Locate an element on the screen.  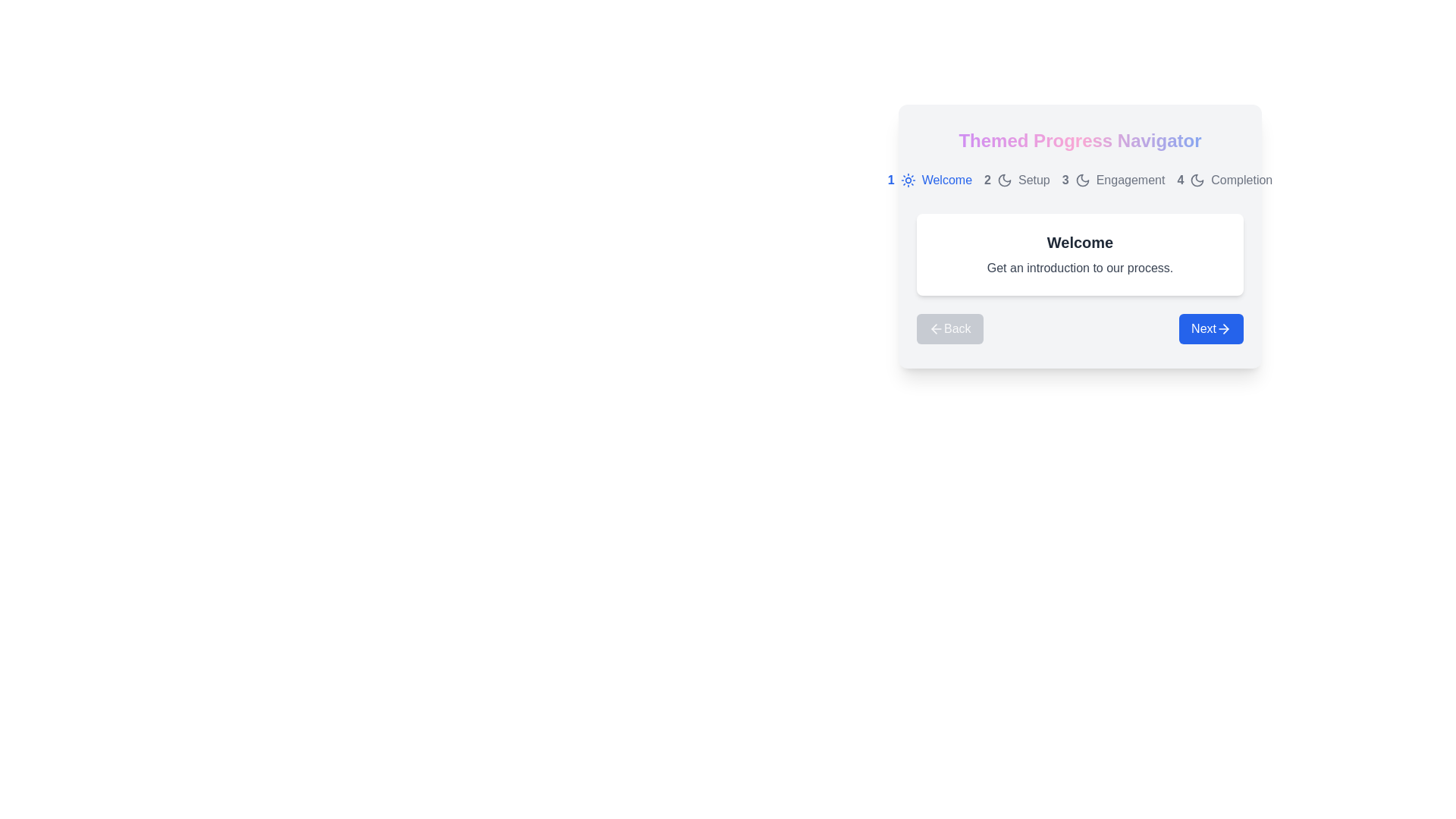
the phase indicator corresponding to phase 1 is located at coordinates (928, 180).